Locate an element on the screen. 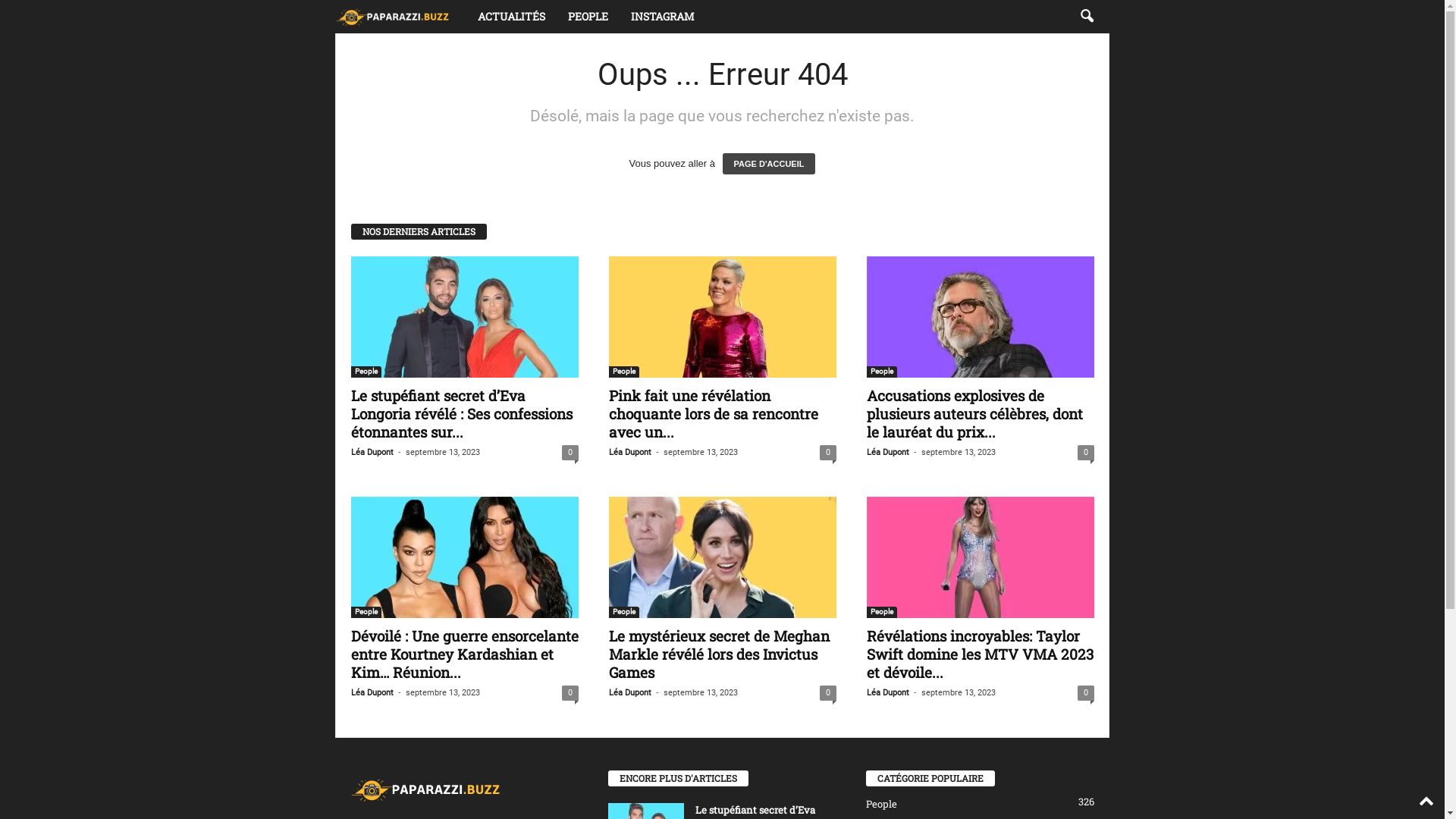  'People is located at coordinates (881, 803).